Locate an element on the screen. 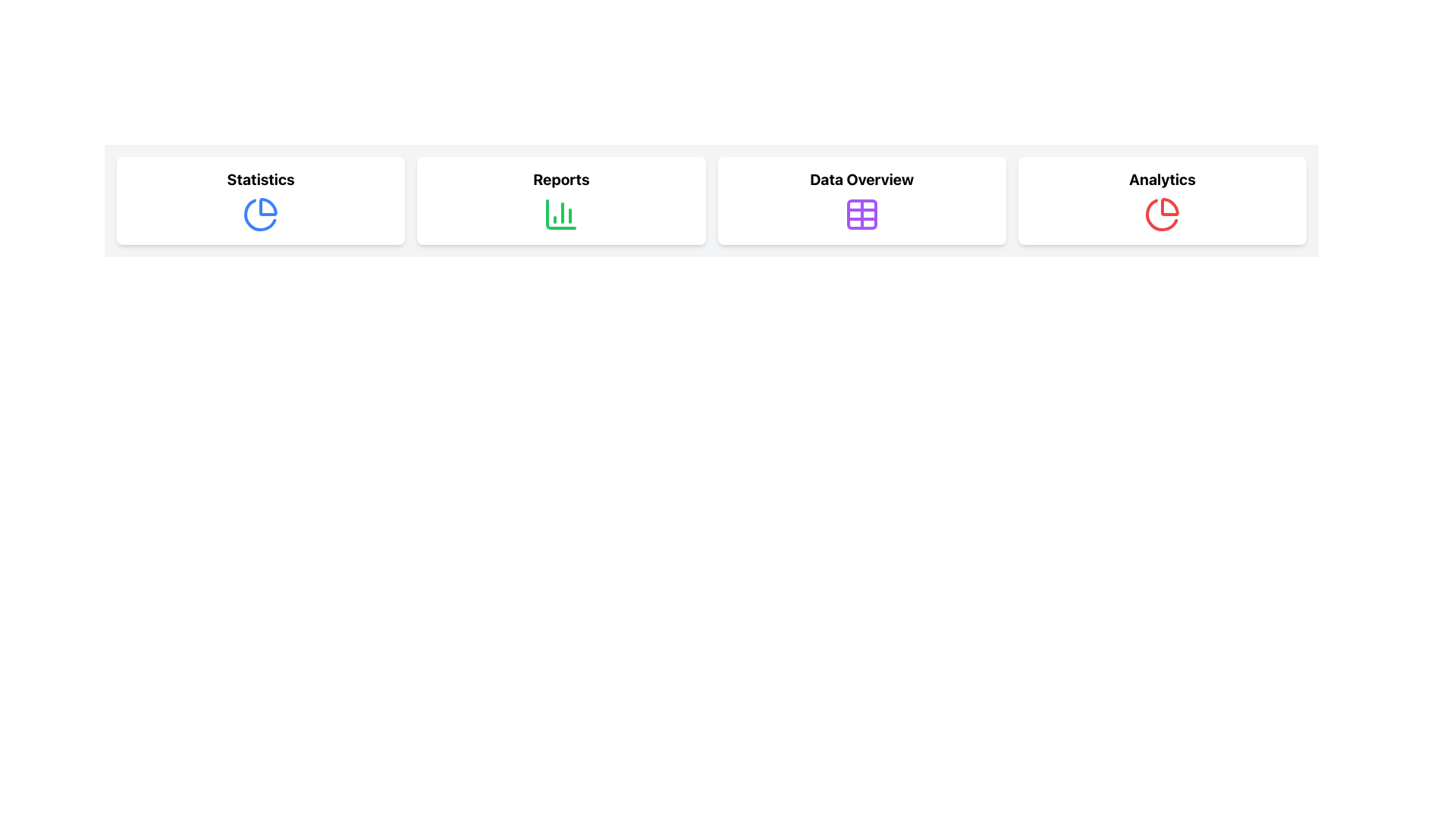 The height and width of the screenshot is (819, 1456). the card with the bold text 'Data Overview' and a purple grid icon beneath it, which is the third card in the grid layout is located at coordinates (861, 200).